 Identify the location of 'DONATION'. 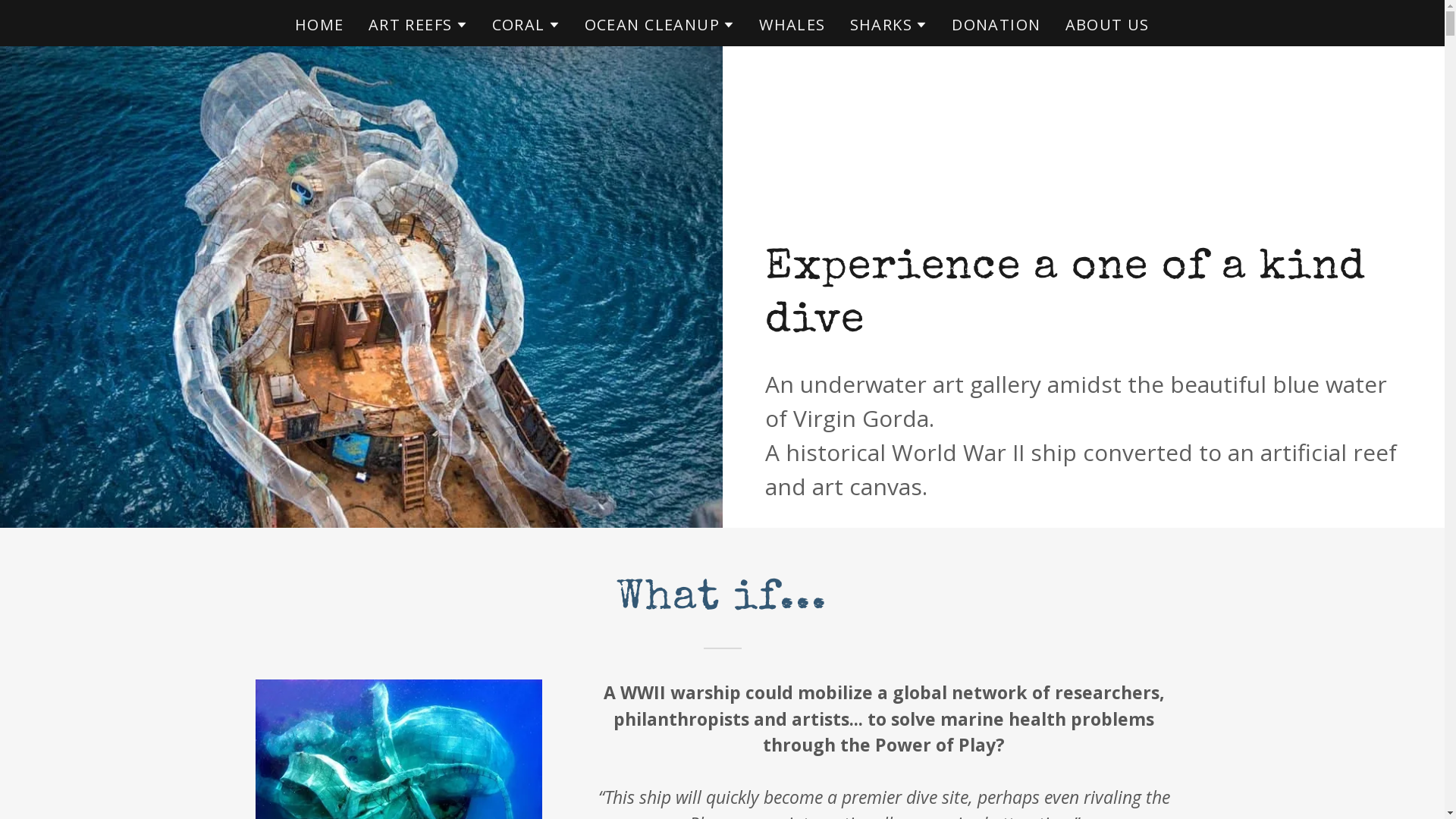
(996, 25).